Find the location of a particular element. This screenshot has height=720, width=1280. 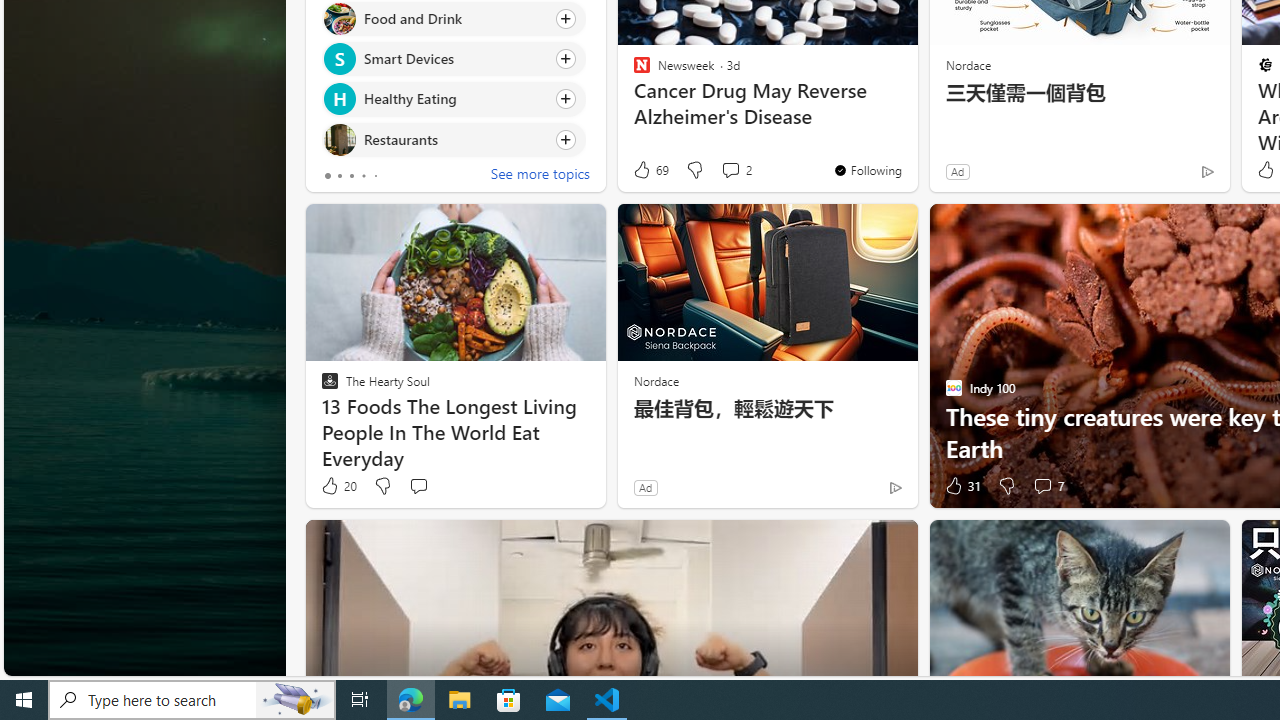

'tab-2' is located at coordinates (352, 175).